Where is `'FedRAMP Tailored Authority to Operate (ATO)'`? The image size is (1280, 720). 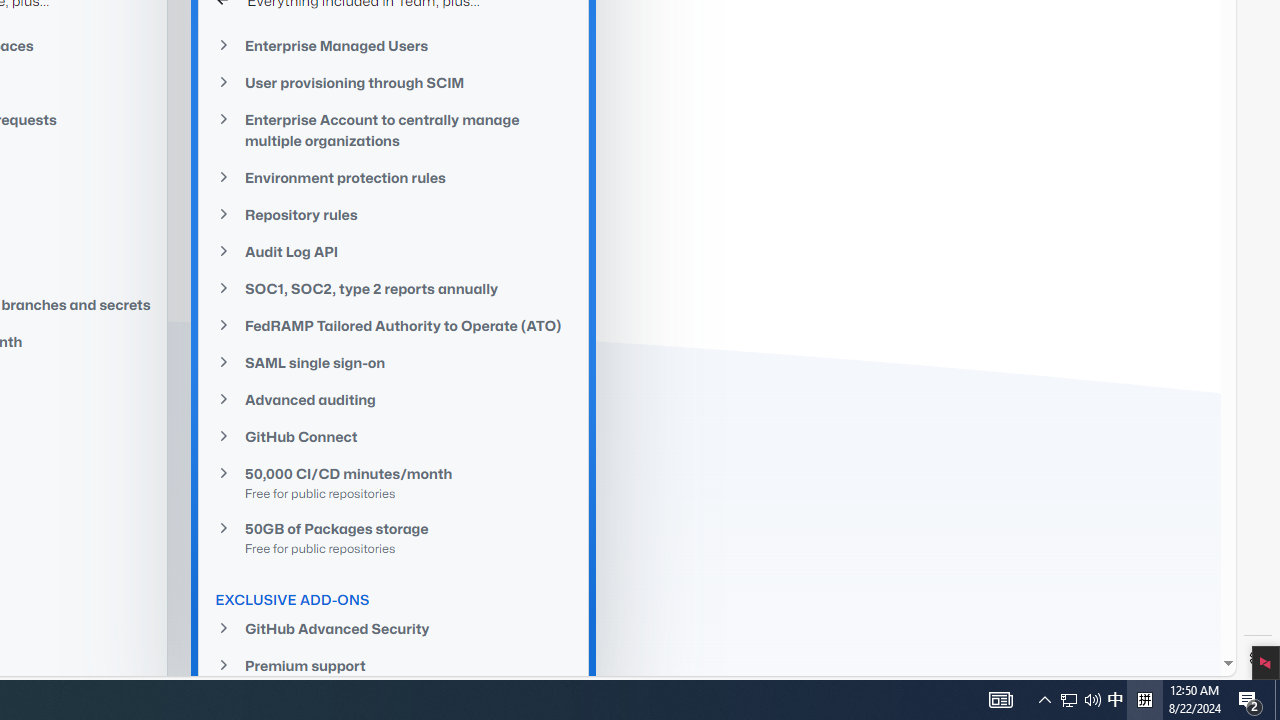 'FedRAMP Tailored Authority to Operate (ATO)' is located at coordinates (394, 324).